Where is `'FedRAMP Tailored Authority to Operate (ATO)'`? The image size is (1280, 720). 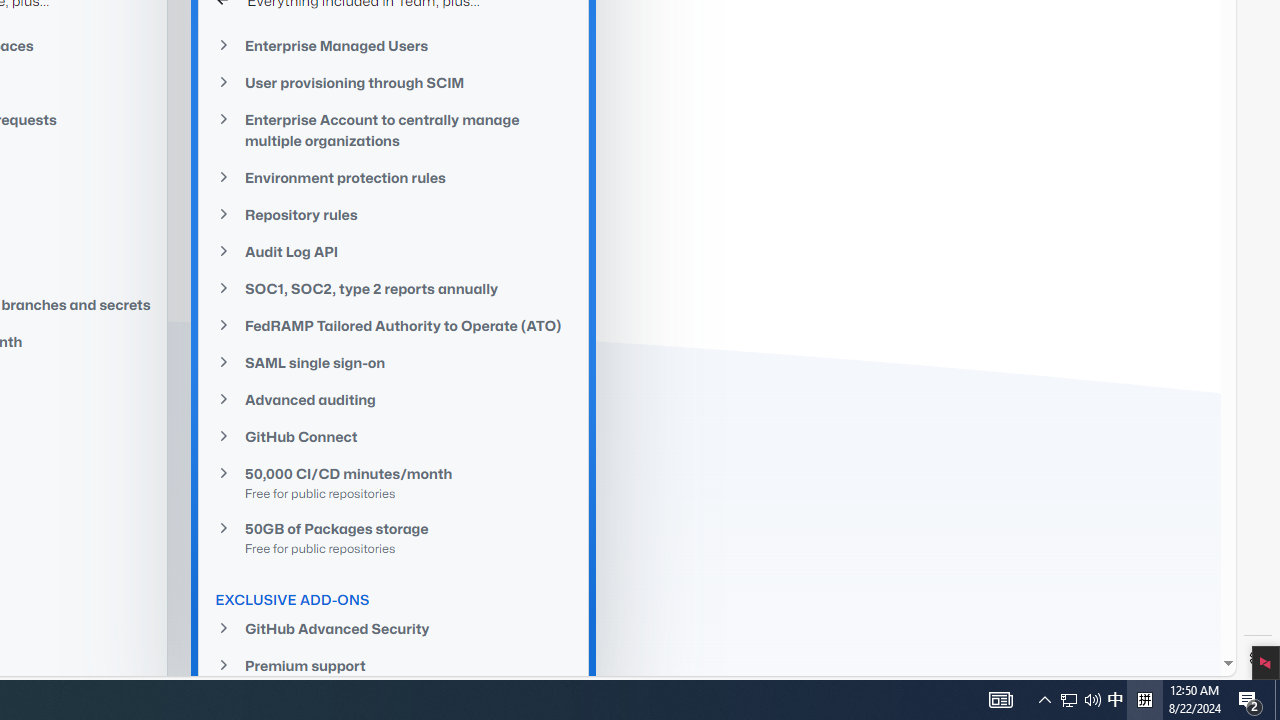 'FedRAMP Tailored Authority to Operate (ATO)' is located at coordinates (394, 324).